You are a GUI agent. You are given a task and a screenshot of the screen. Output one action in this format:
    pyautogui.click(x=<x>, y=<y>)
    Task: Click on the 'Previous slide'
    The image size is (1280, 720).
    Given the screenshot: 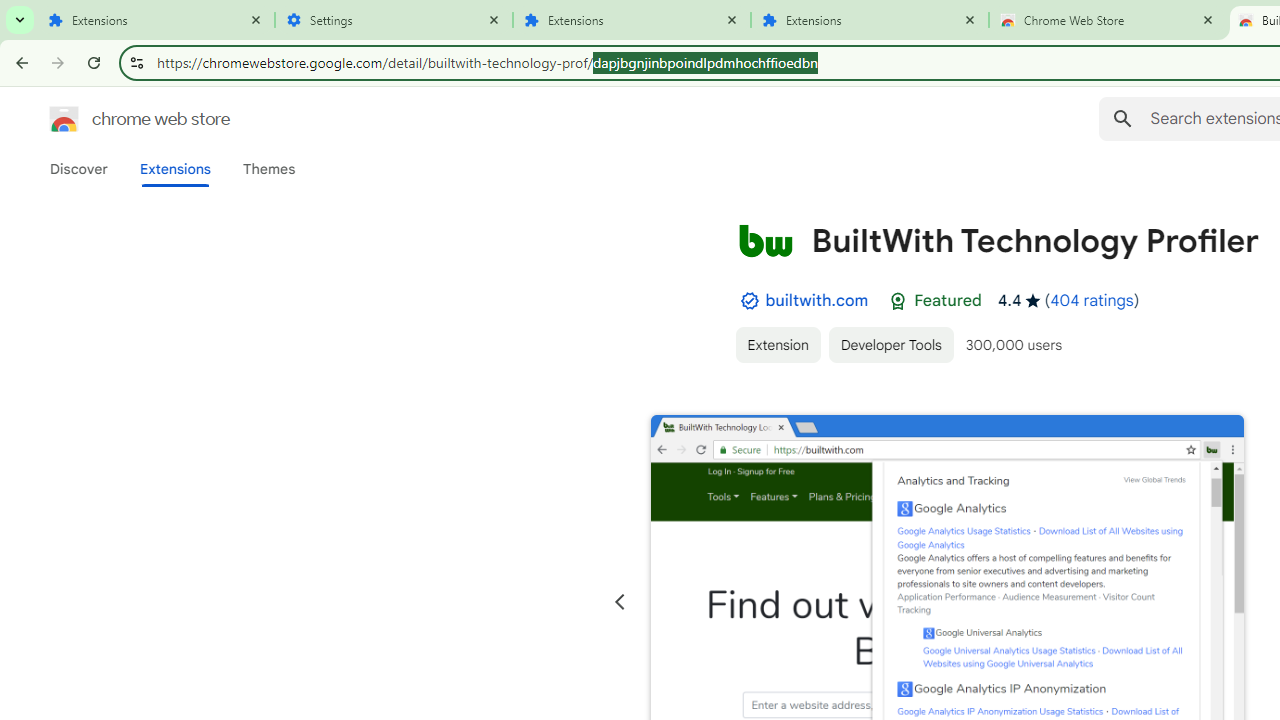 What is the action you would take?
    pyautogui.click(x=618, y=601)
    